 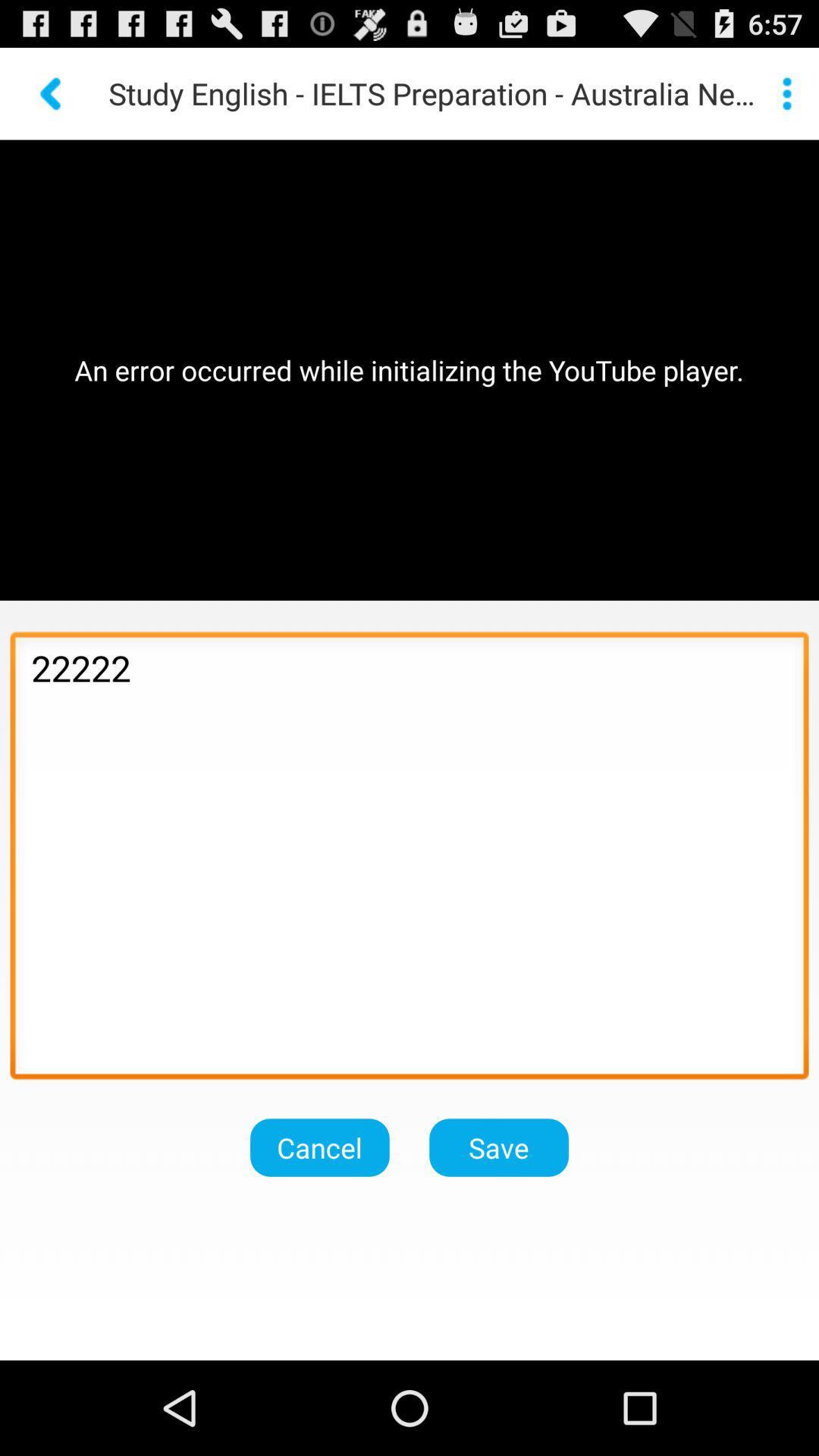 I want to click on the arrow_backward icon, so click(x=52, y=99).